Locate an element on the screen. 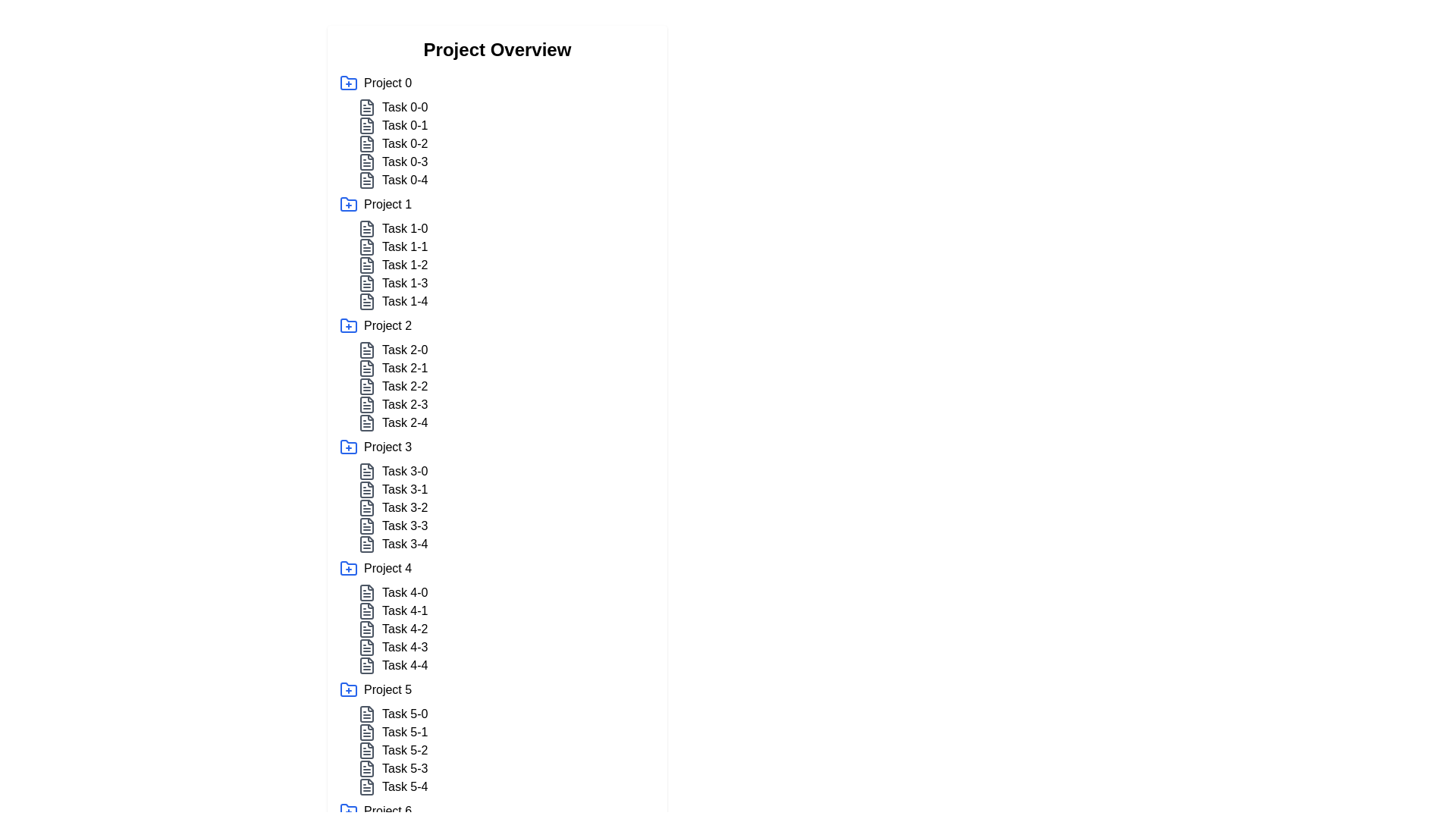 The height and width of the screenshot is (819, 1456). the task entry in the List component under 'Project 3' is located at coordinates (506, 508).